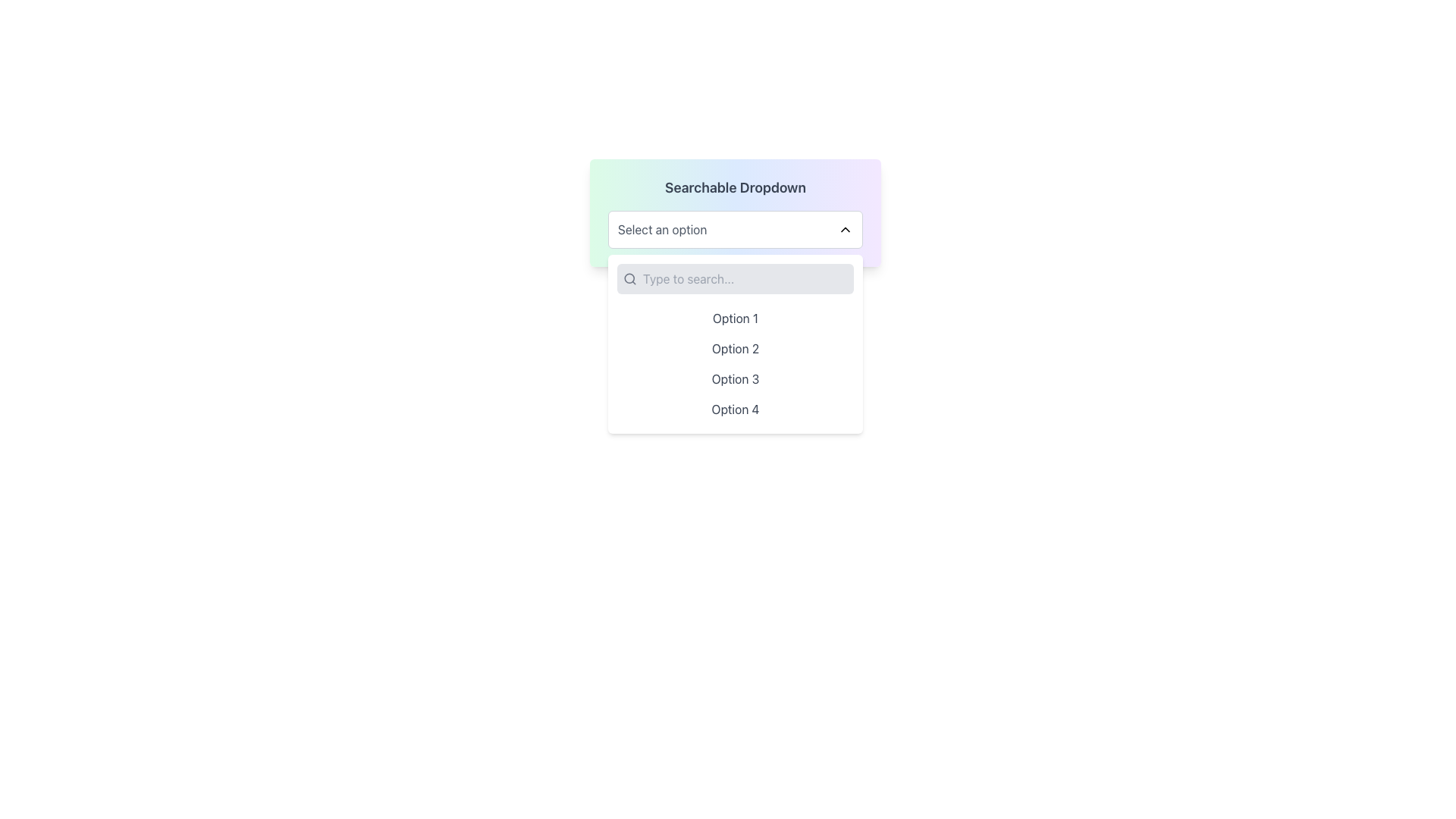 Image resolution: width=1456 pixels, height=819 pixels. Describe the element at coordinates (735, 213) in the screenshot. I see `the 'Select an option' area of the 'Searchable Dropdown'` at that location.